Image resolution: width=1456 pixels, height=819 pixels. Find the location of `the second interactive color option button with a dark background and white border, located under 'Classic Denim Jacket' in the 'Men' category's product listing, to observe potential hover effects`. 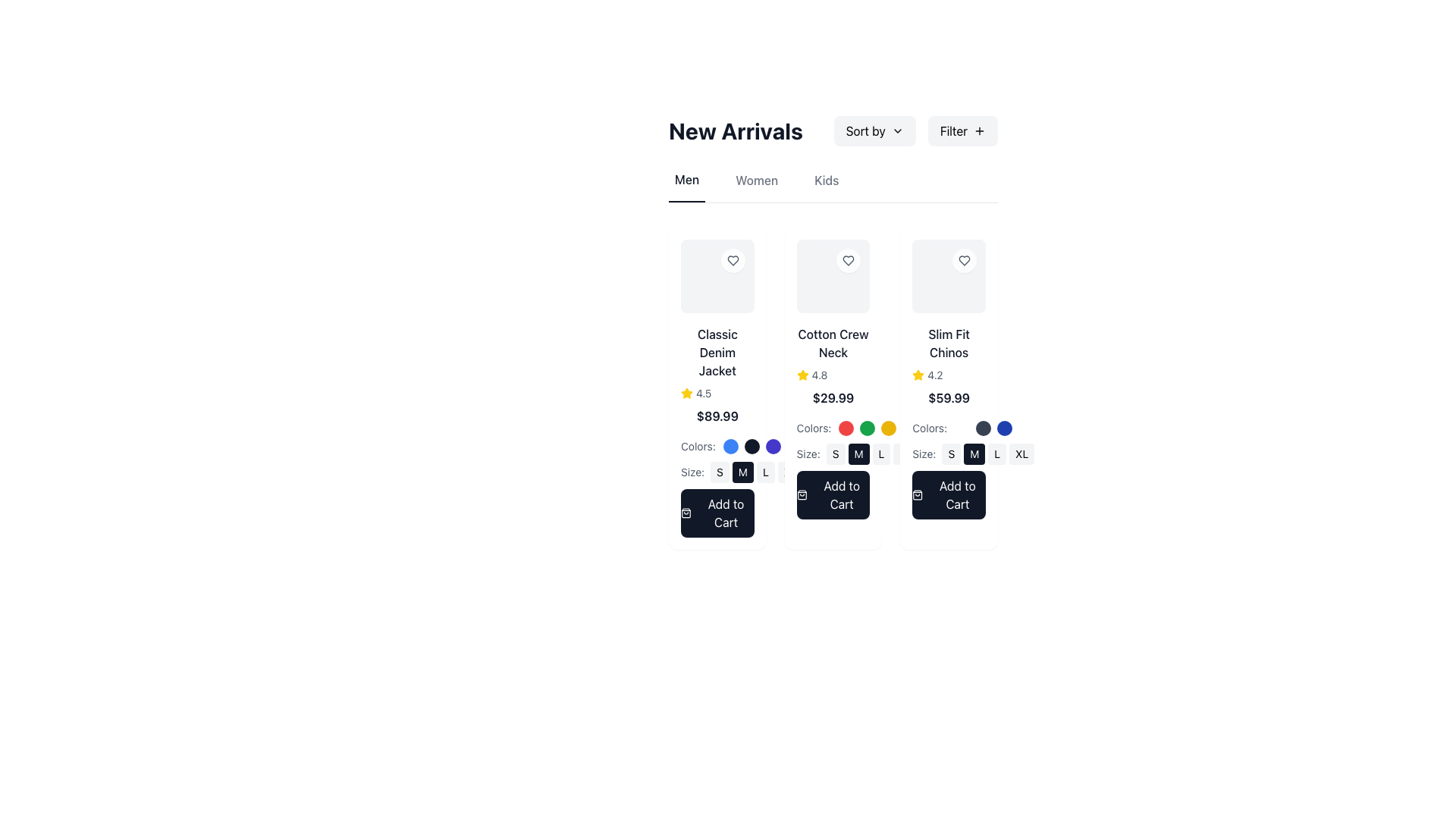

the second interactive color option button with a dark background and white border, located under 'Classic Denim Jacket' in the 'Men' category's product listing, to observe potential hover effects is located at coordinates (752, 445).